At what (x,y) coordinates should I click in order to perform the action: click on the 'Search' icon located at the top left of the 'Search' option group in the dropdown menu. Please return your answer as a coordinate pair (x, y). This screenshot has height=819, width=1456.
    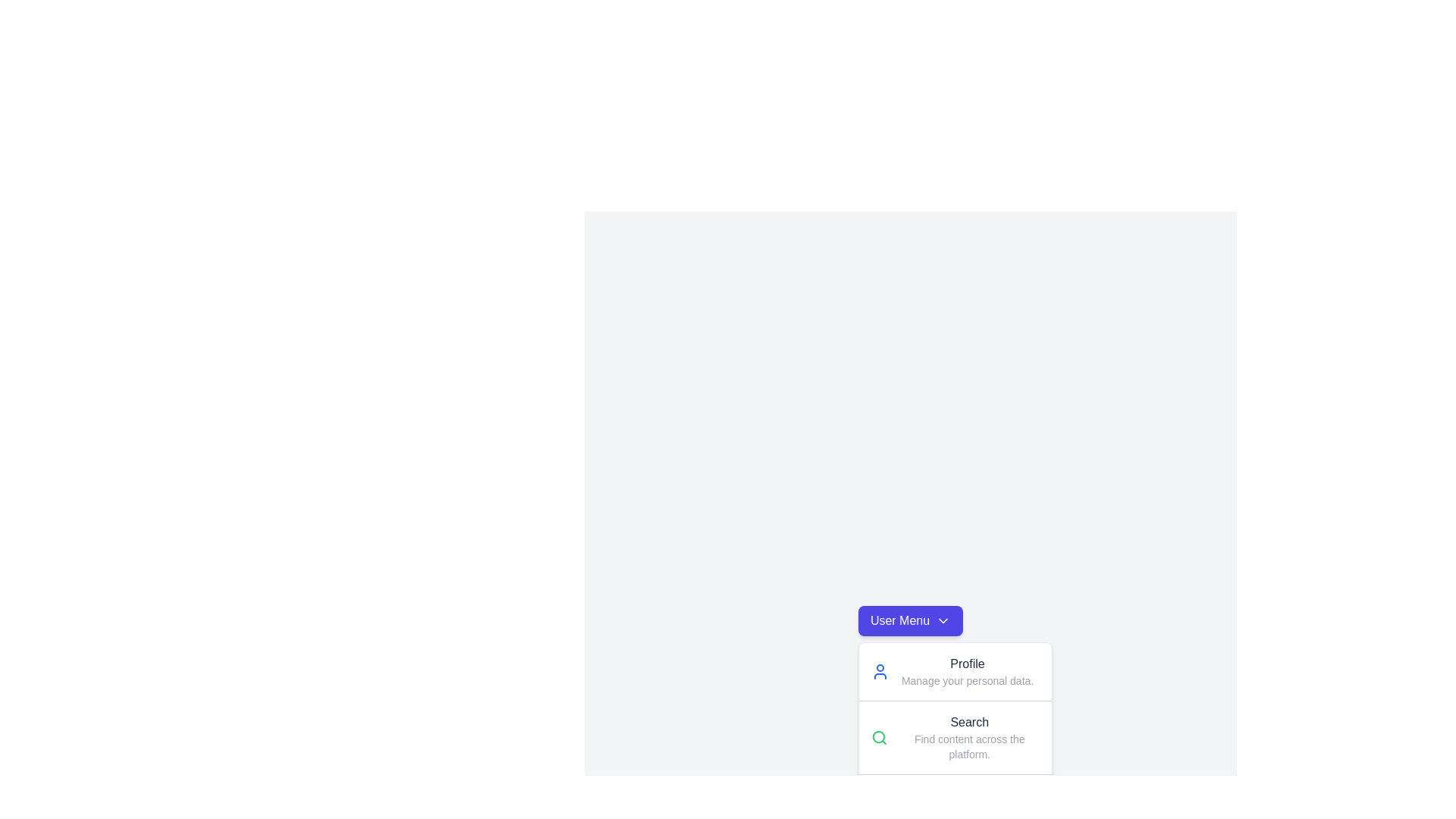
    Looking at the image, I should click on (879, 736).